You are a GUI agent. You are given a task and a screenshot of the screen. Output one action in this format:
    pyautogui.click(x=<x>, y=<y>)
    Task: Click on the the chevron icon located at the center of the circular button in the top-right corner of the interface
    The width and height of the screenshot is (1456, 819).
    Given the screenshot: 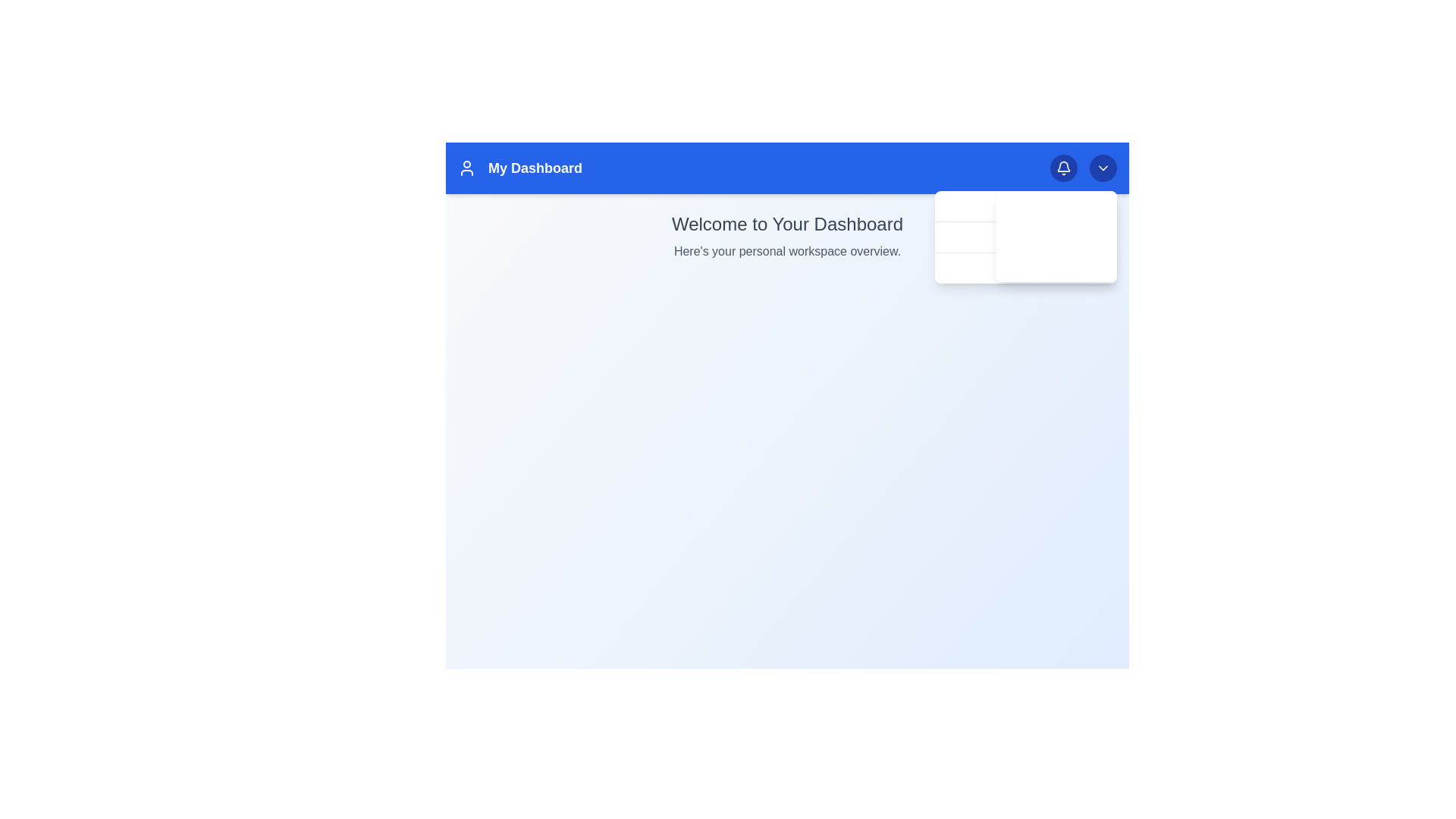 What is the action you would take?
    pyautogui.click(x=1103, y=168)
    